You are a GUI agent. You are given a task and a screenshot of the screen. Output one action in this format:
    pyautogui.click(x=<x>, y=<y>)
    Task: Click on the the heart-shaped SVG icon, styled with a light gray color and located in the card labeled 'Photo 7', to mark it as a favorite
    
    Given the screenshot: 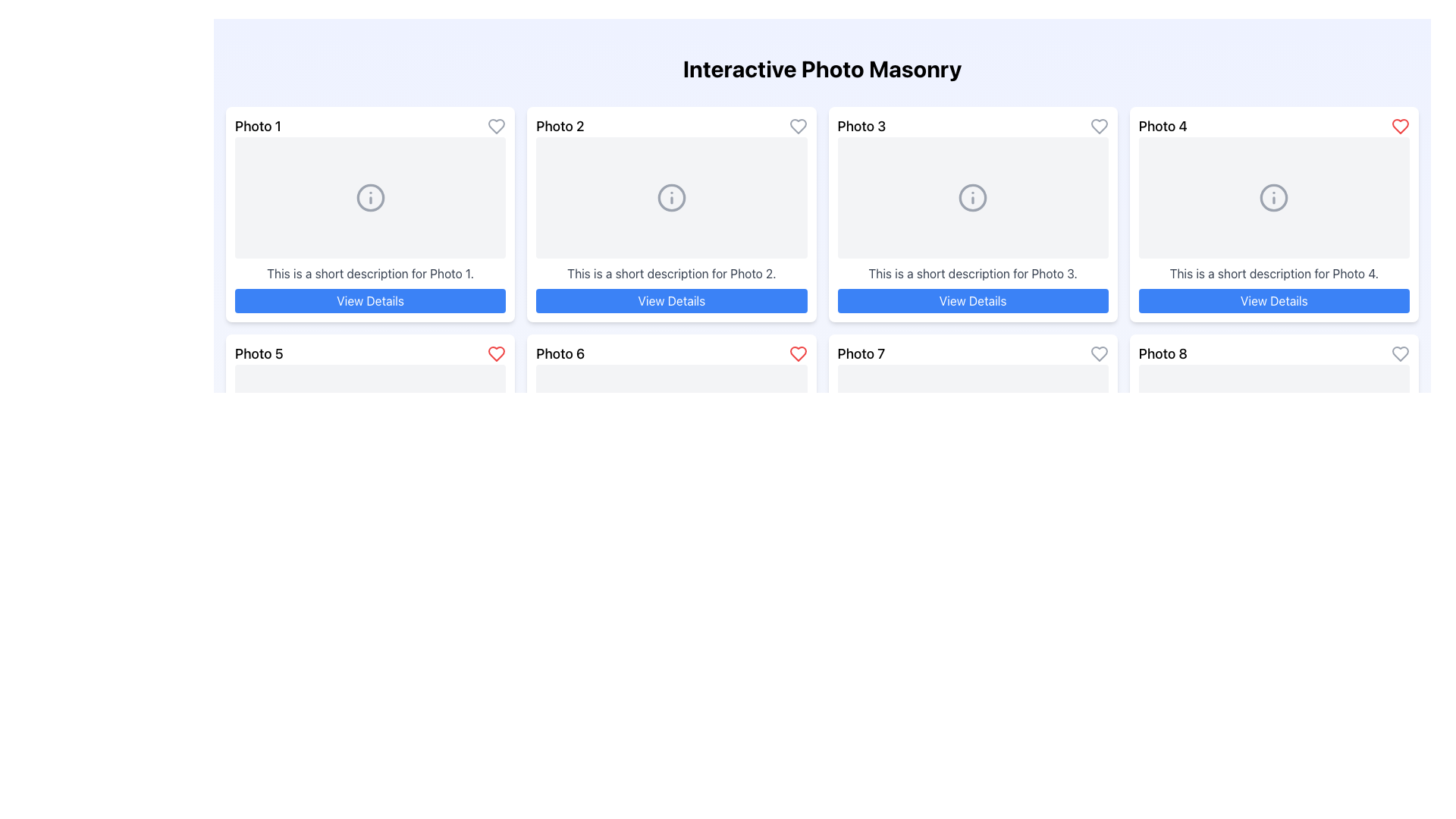 What is the action you would take?
    pyautogui.click(x=1099, y=353)
    